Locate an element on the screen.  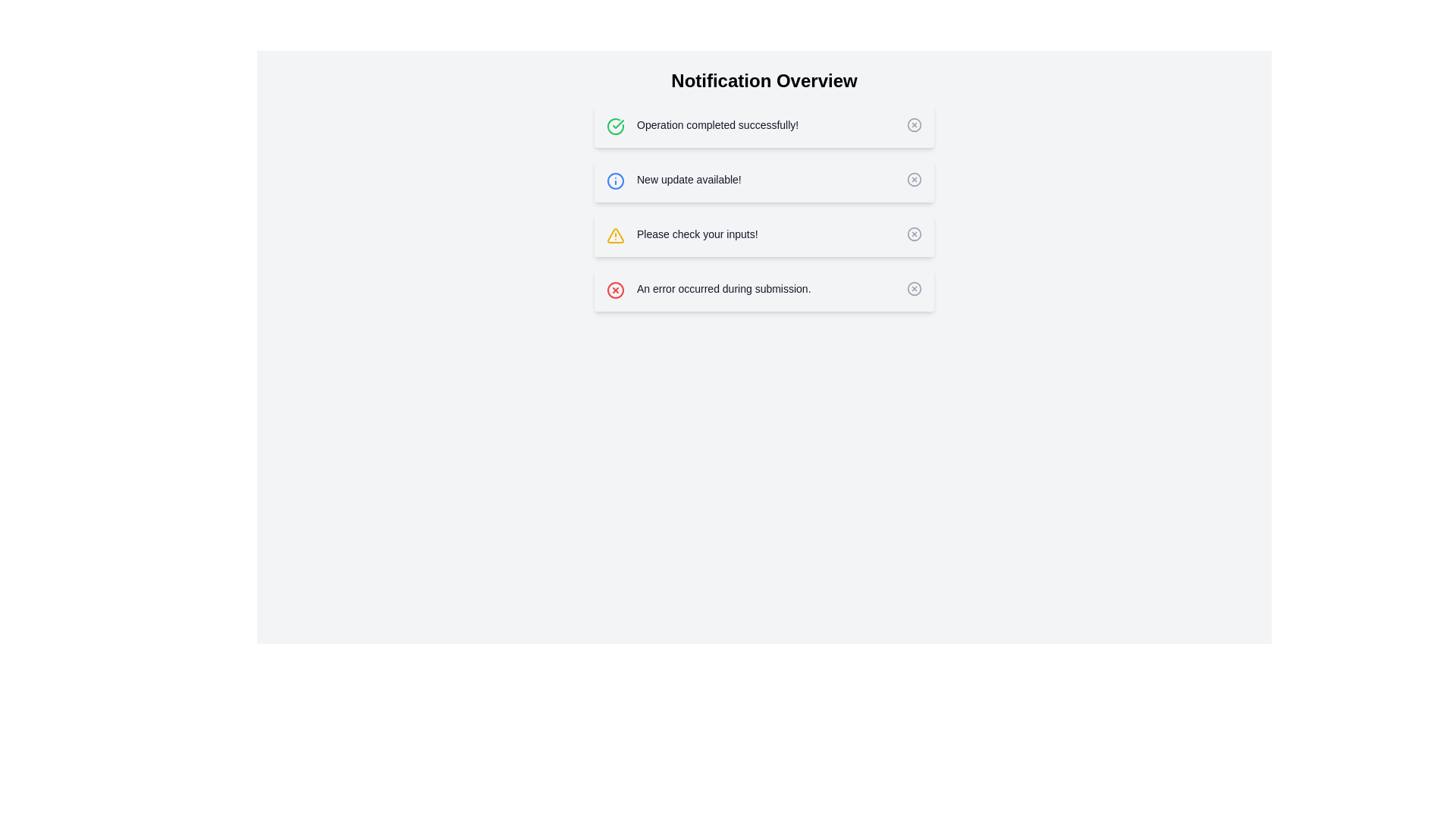
the circular icon with a green border and a green check mark, which indicates success, located at the leftmost side of the notification box labeled 'Operation completed successfully!' is located at coordinates (615, 125).